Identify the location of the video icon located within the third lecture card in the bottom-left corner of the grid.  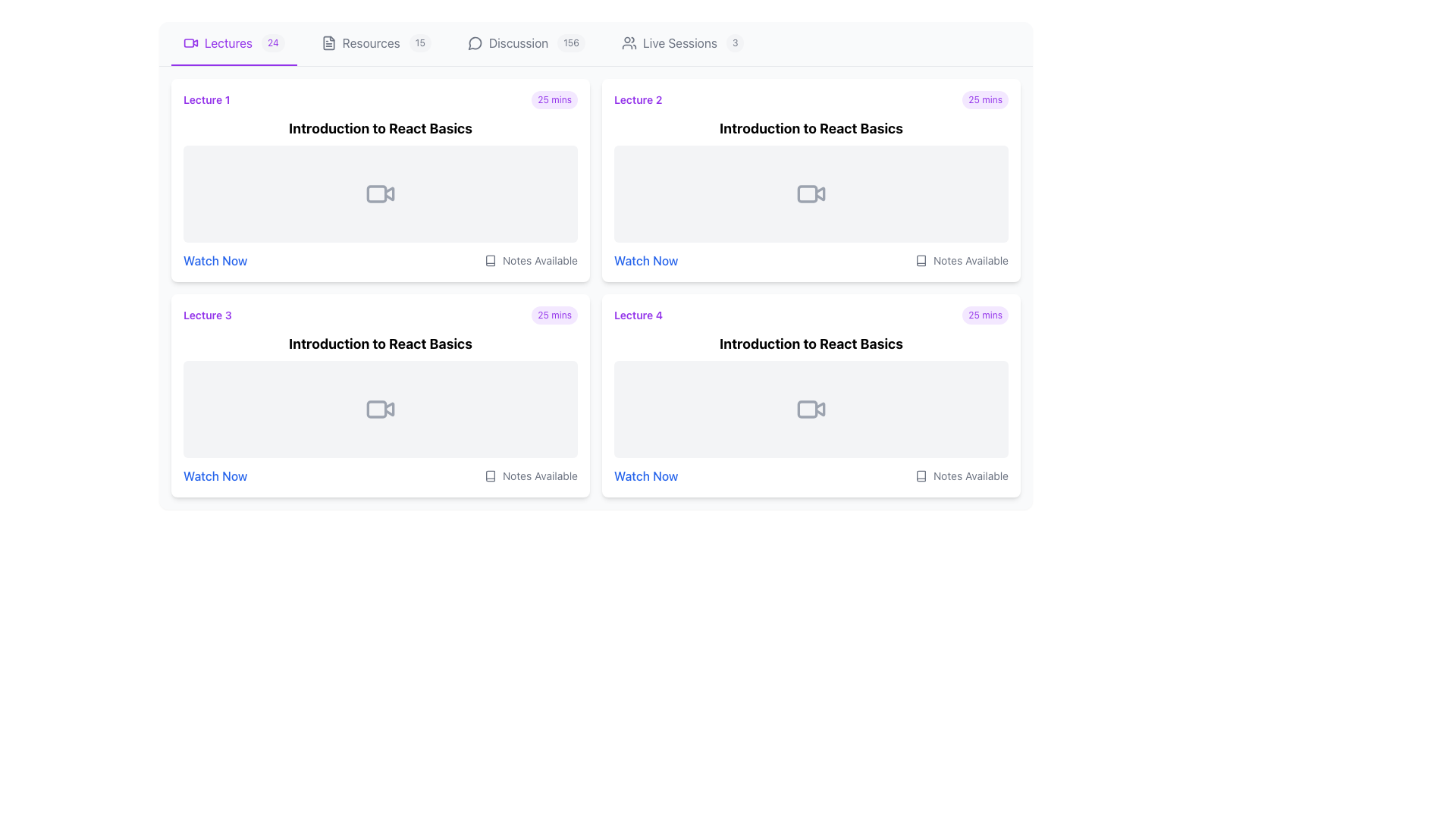
(381, 394).